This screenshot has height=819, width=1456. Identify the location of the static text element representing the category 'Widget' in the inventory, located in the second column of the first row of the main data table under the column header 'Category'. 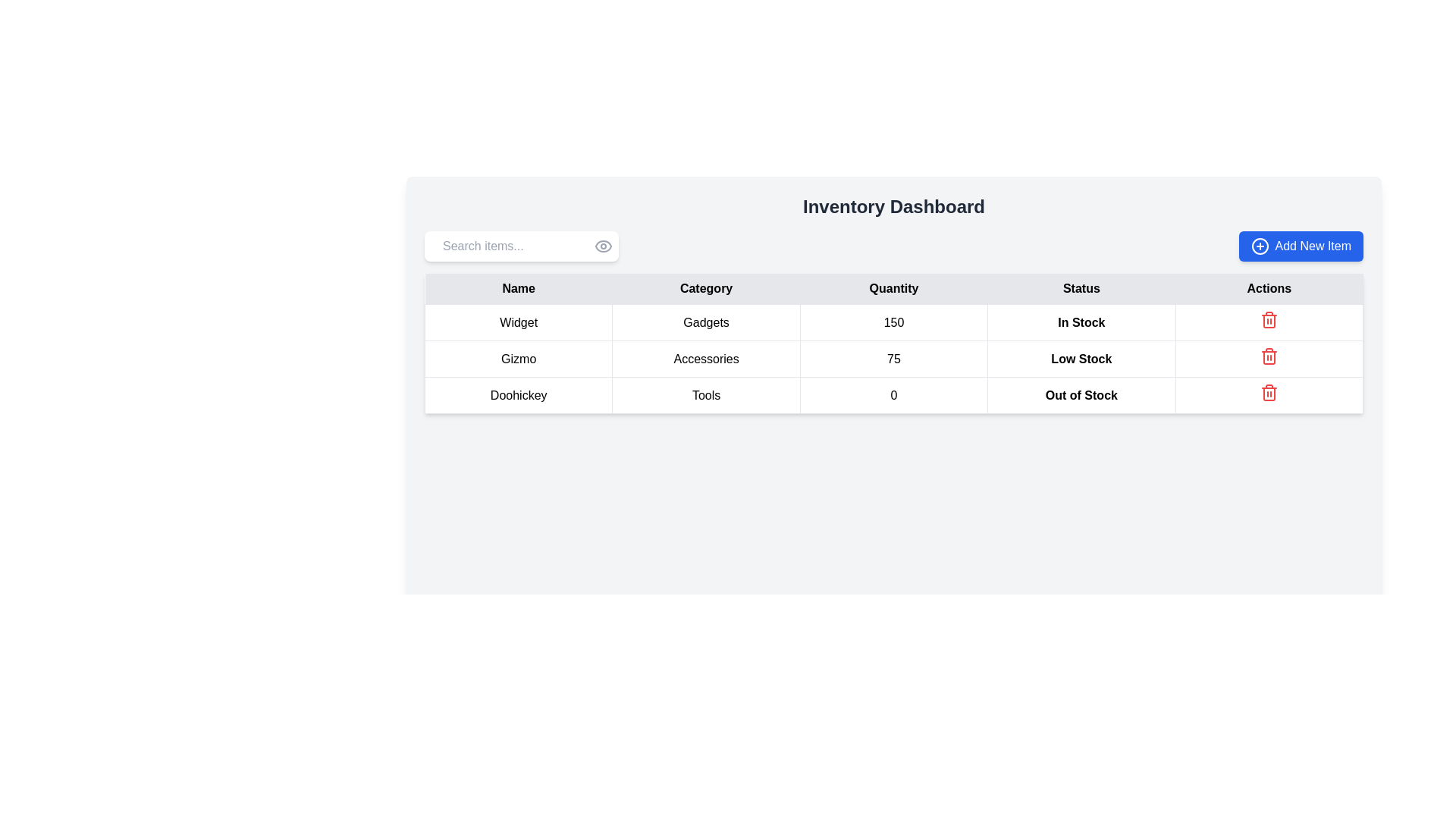
(705, 322).